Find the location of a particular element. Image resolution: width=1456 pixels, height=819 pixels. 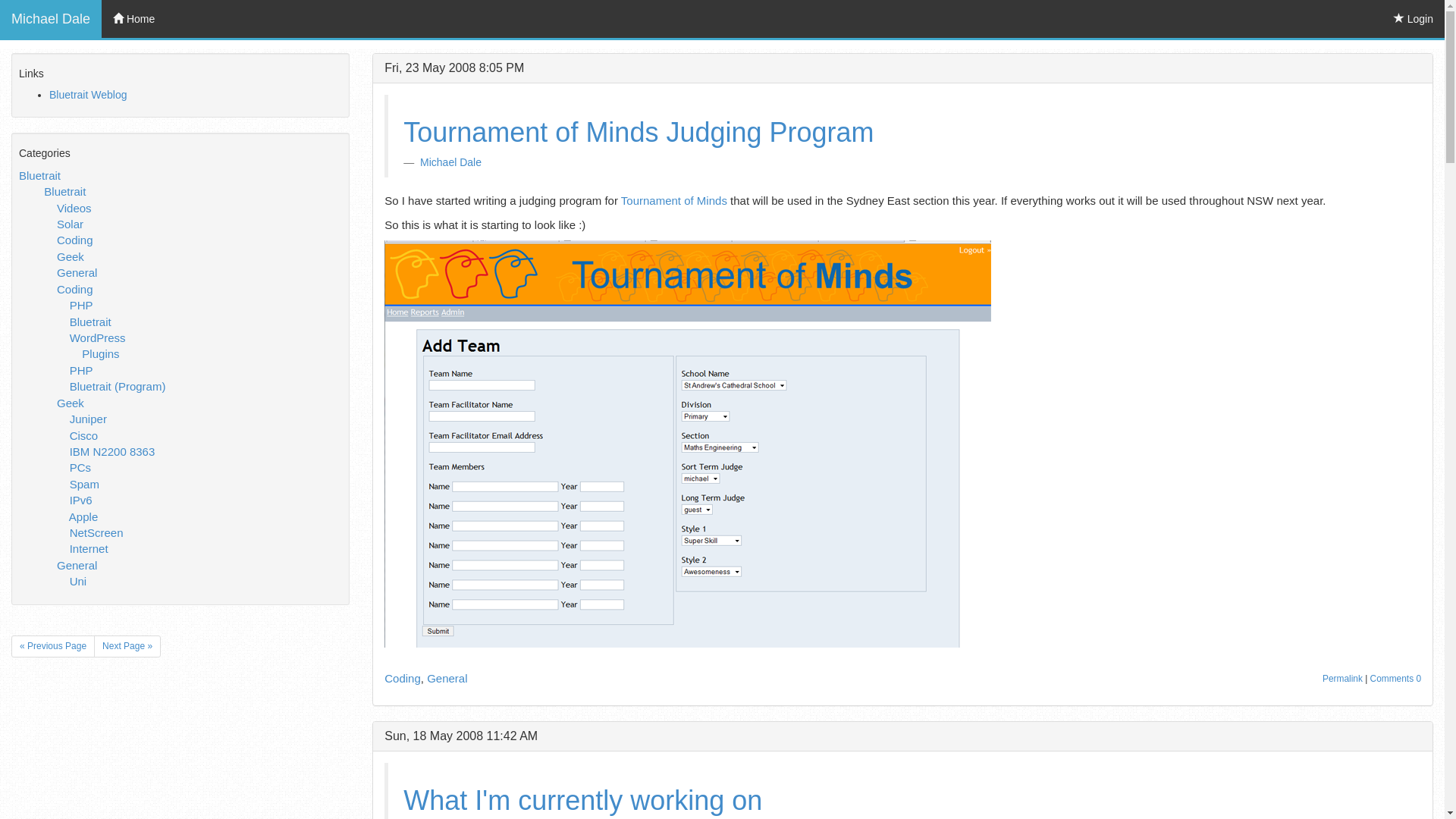

'General' is located at coordinates (76, 271).